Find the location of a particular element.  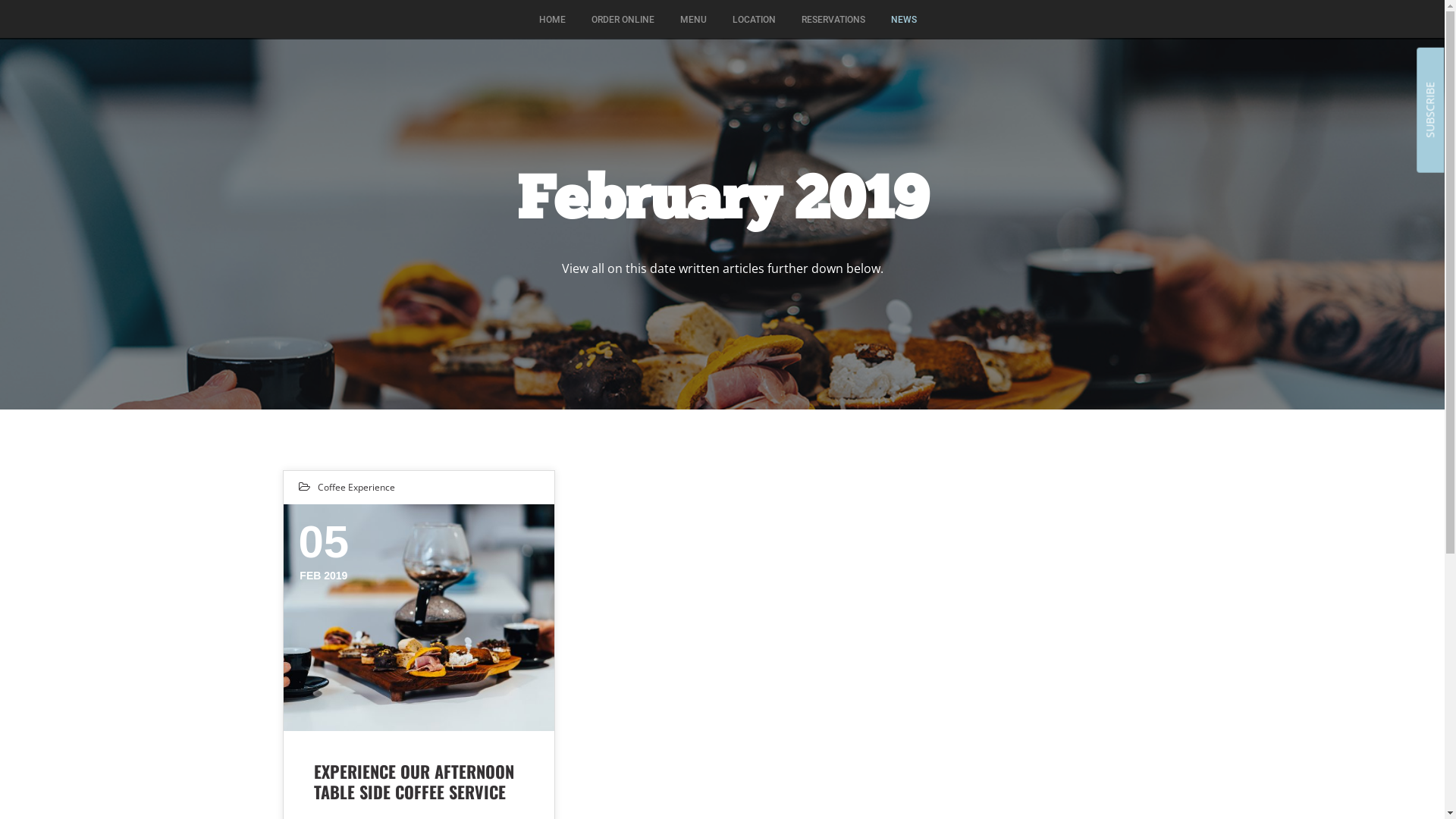

'ORDER ONLINE' is located at coordinates (579, 20).